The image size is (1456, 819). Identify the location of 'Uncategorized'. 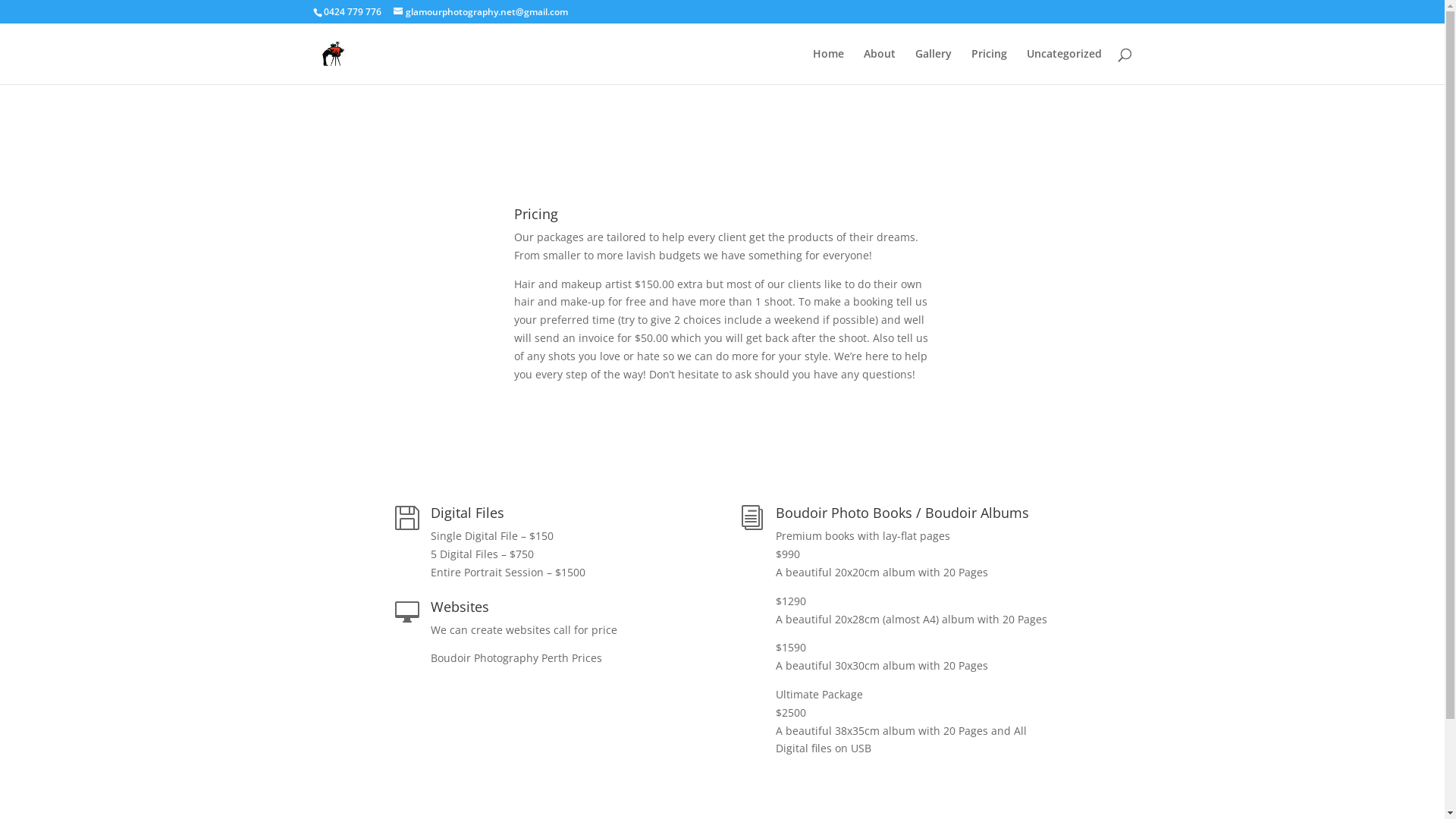
(1026, 65).